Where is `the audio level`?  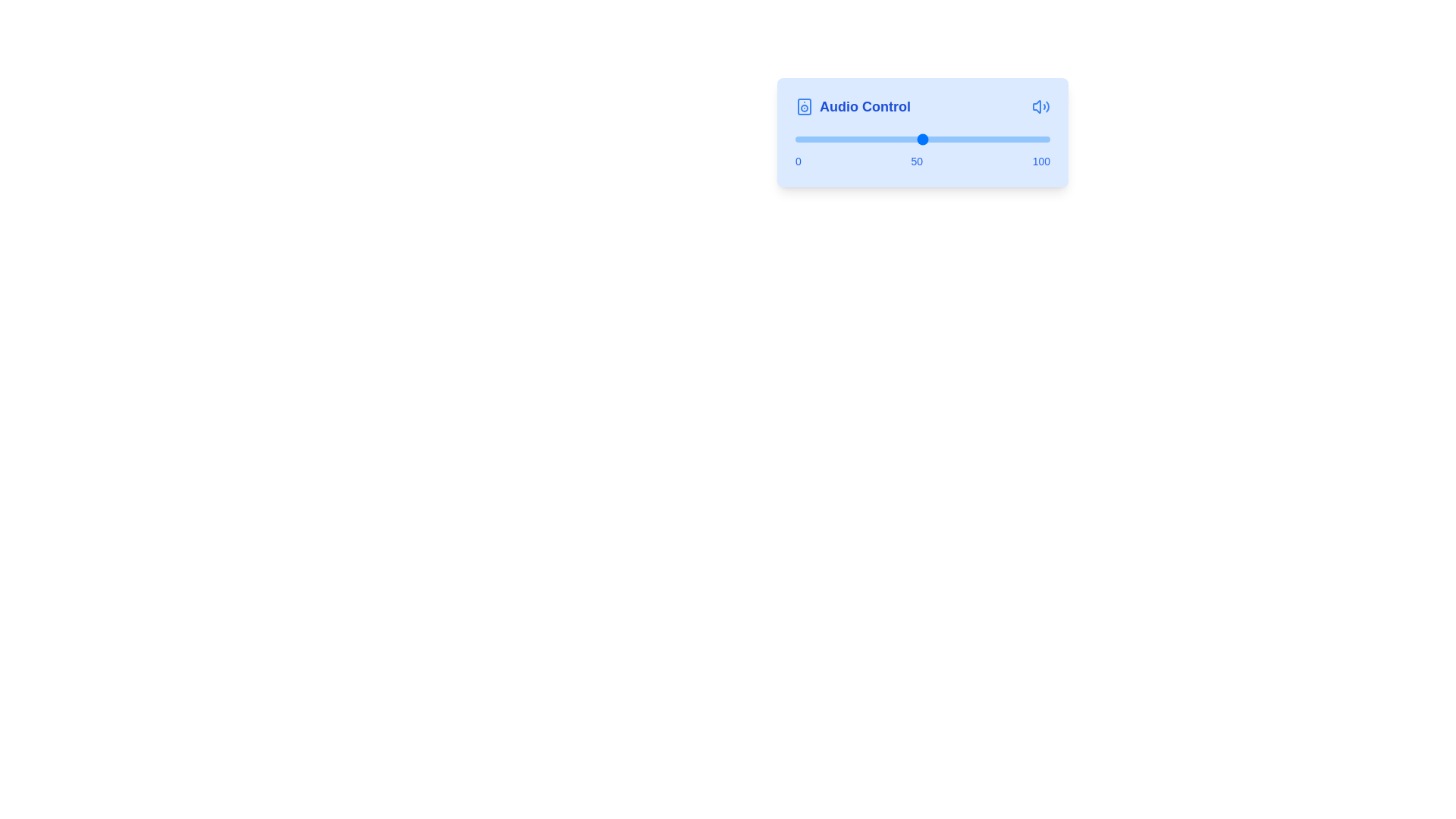 the audio level is located at coordinates (927, 140).